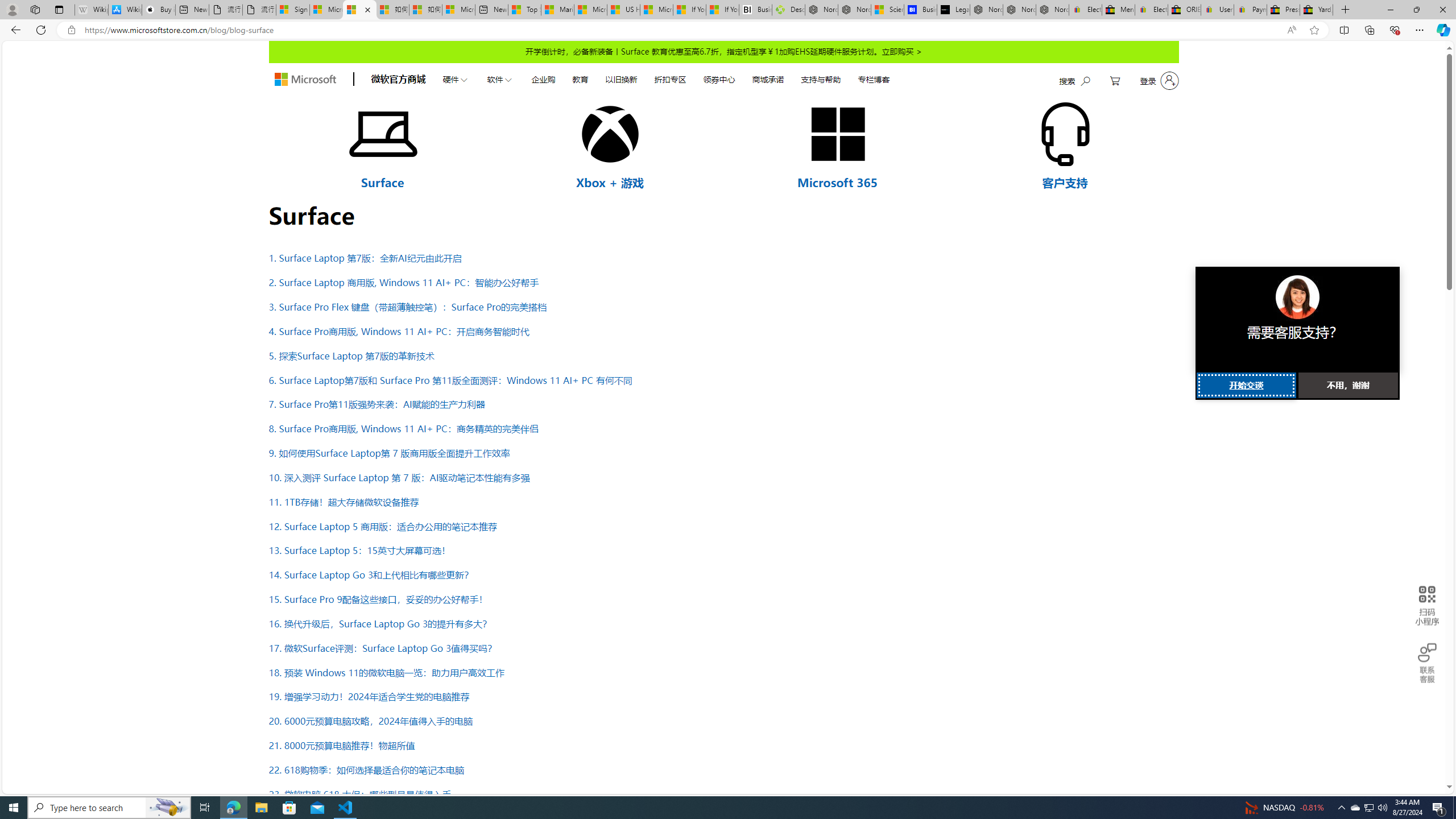 The height and width of the screenshot is (819, 1456). What do you see at coordinates (1316, 9) in the screenshot?
I see `'Yard, Garden & Outdoor Living'` at bounding box center [1316, 9].